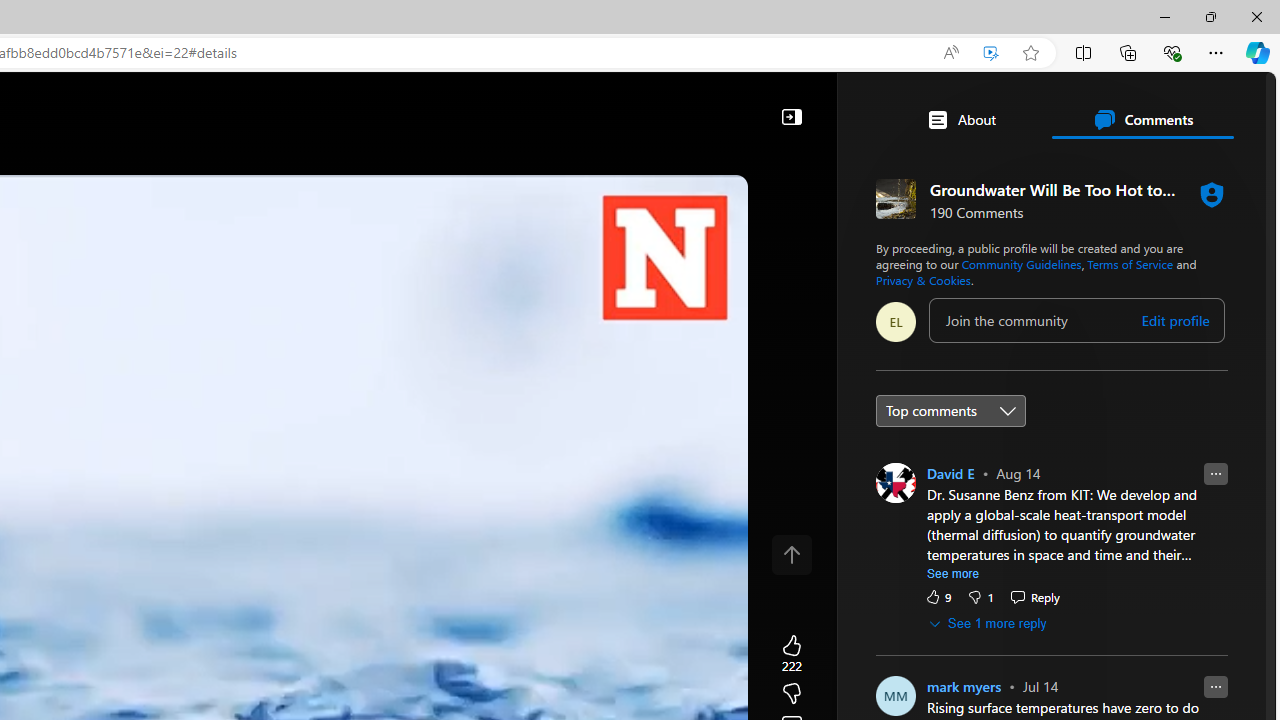  What do you see at coordinates (991, 52) in the screenshot?
I see `'Enhance video'` at bounding box center [991, 52].